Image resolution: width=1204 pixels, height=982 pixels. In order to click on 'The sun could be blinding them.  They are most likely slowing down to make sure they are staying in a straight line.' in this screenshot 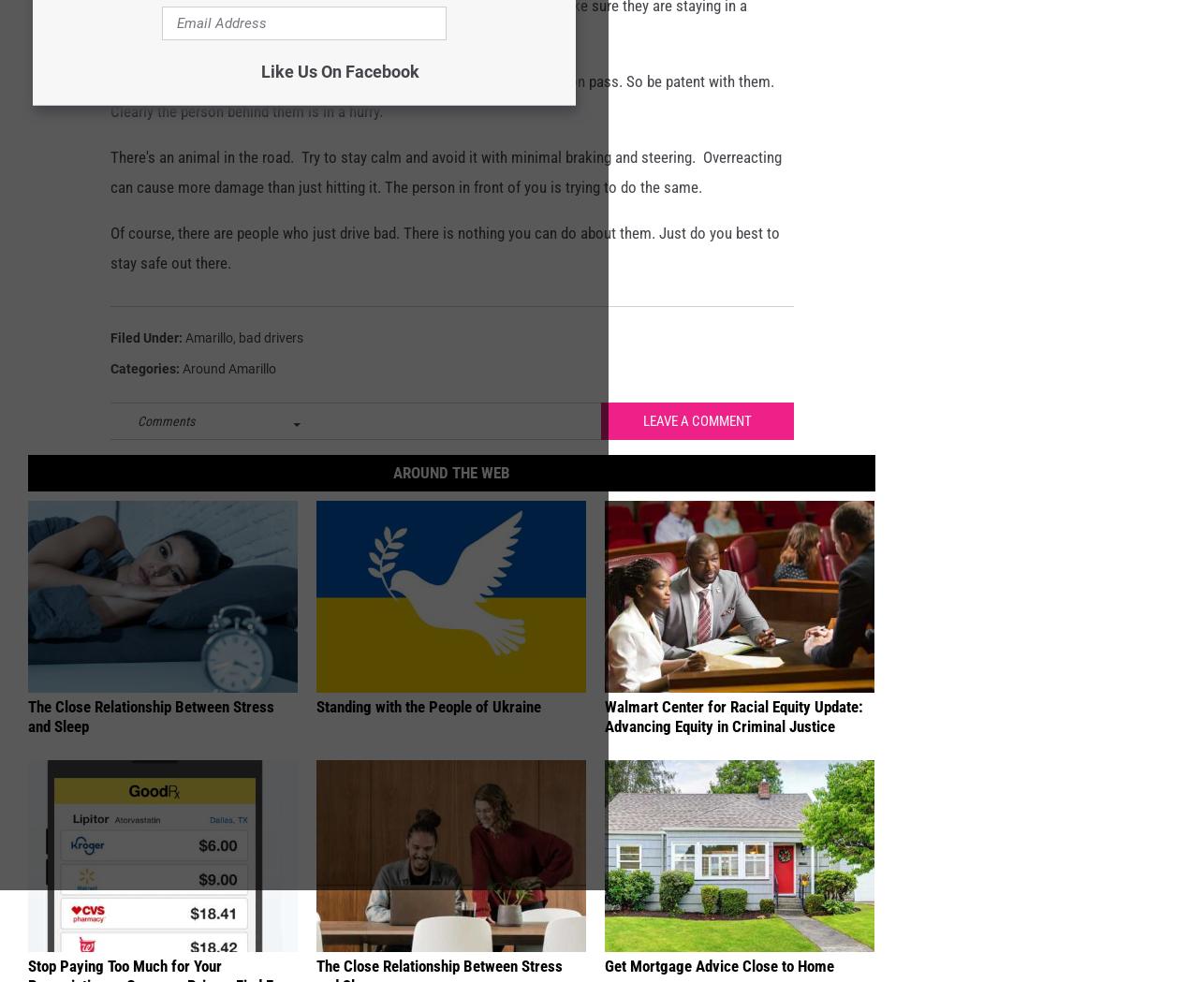, I will do `click(427, 51)`.